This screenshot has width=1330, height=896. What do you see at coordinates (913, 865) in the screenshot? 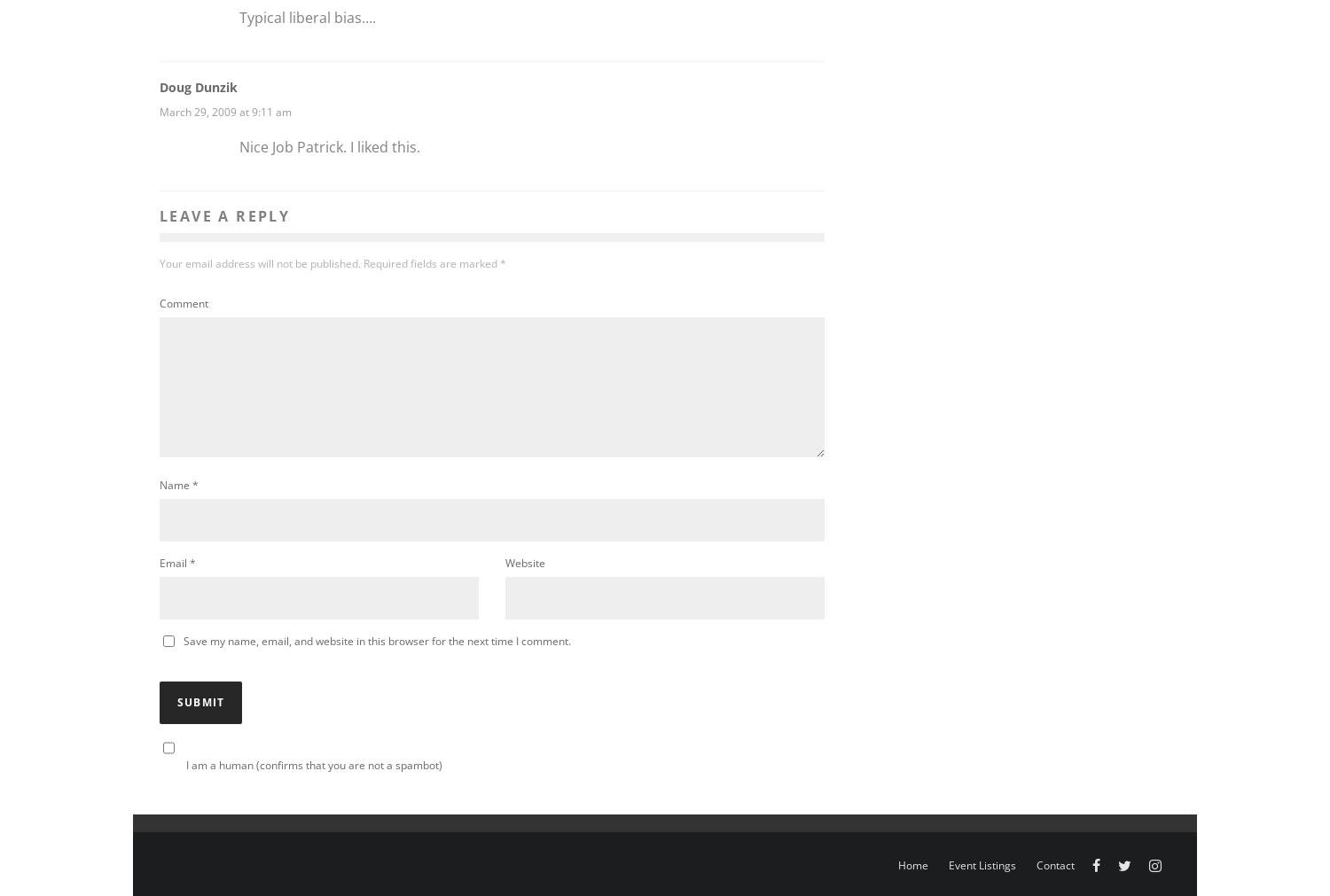
I see `'Home'` at bounding box center [913, 865].